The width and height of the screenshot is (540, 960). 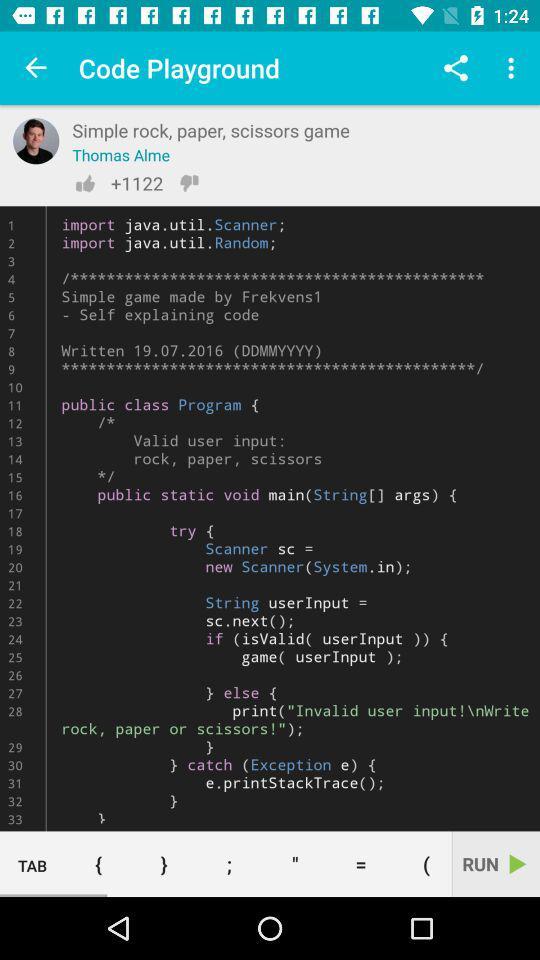 I want to click on like, so click(x=84, y=183).